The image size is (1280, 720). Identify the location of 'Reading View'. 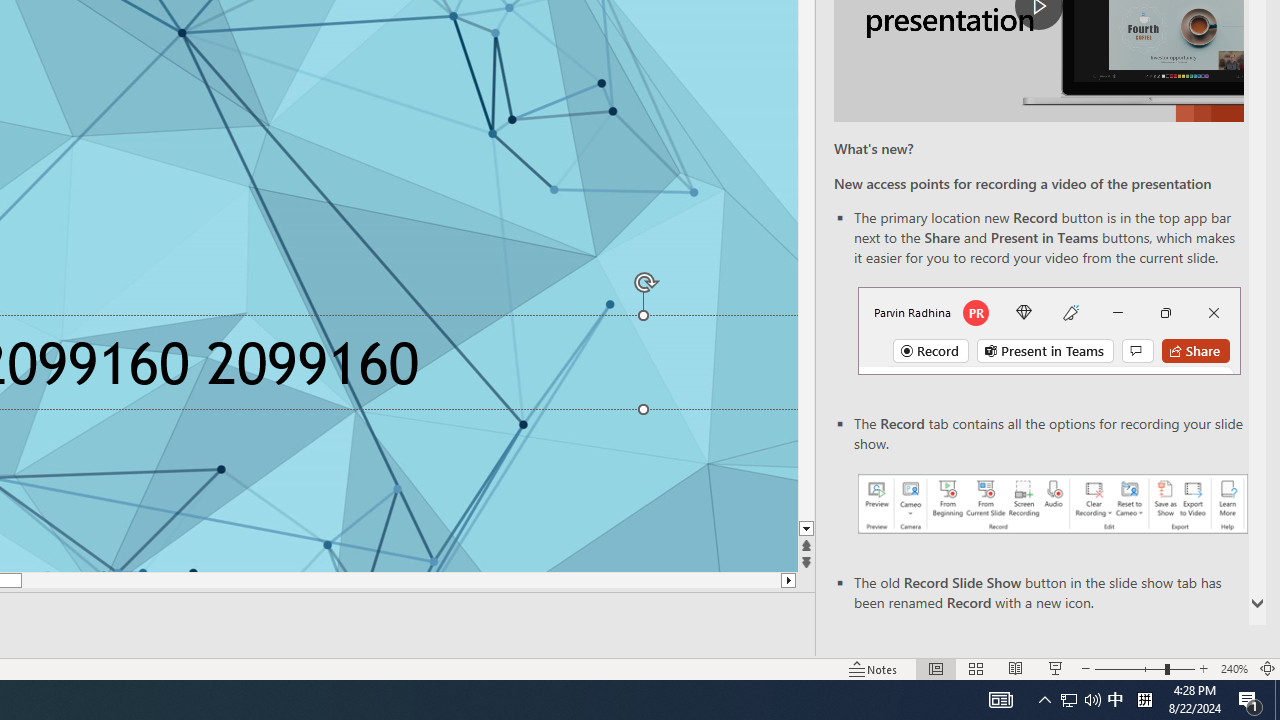
(1015, 669).